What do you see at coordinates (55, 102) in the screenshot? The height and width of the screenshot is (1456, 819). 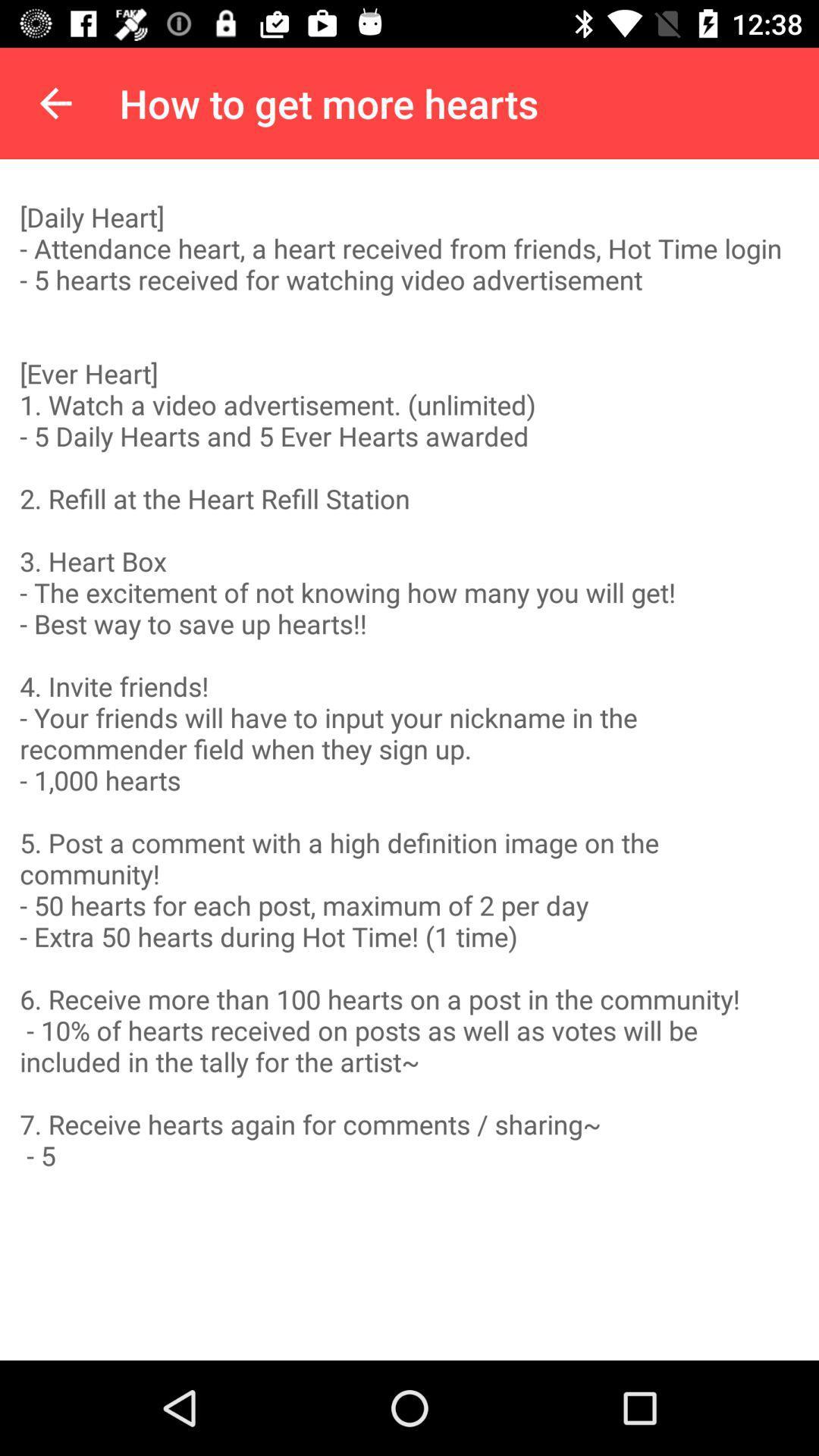 I see `the icon next to the how to get item` at bounding box center [55, 102].